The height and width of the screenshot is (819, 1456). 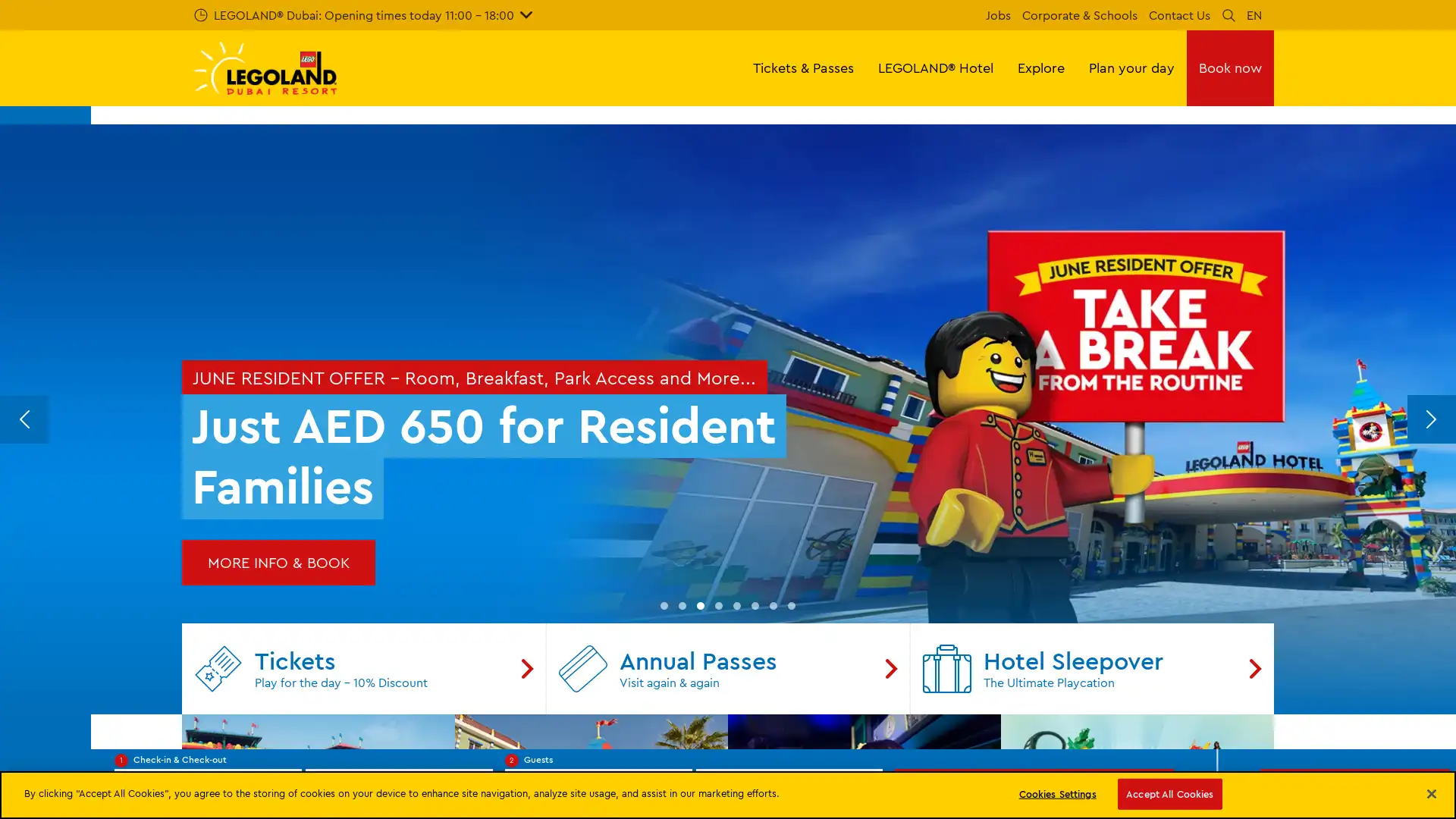 I want to click on EN Languages, so click(x=1254, y=14).